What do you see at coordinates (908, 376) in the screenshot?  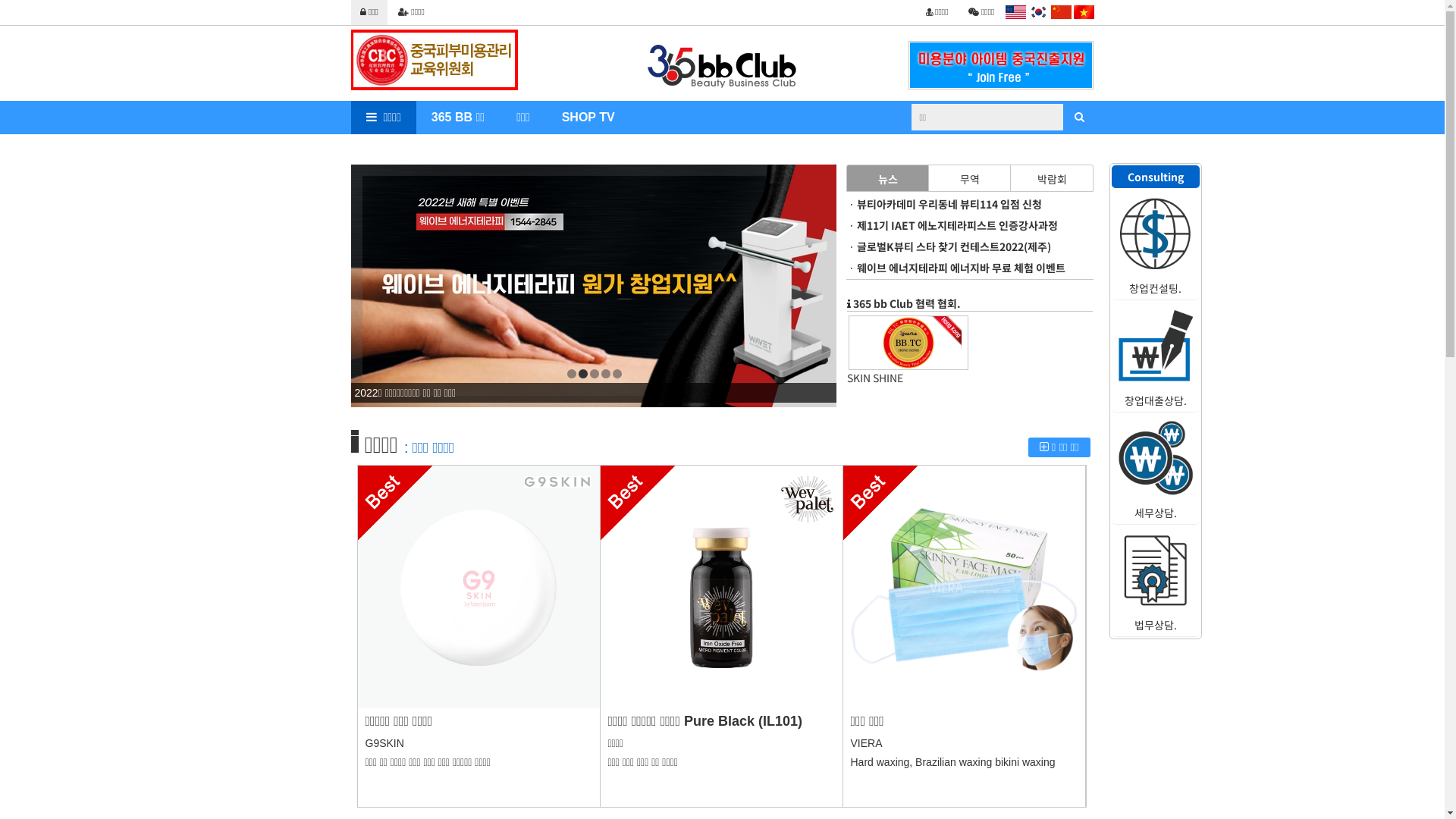 I see `'SKIN SHINE'` at bounding box center [908, 376].